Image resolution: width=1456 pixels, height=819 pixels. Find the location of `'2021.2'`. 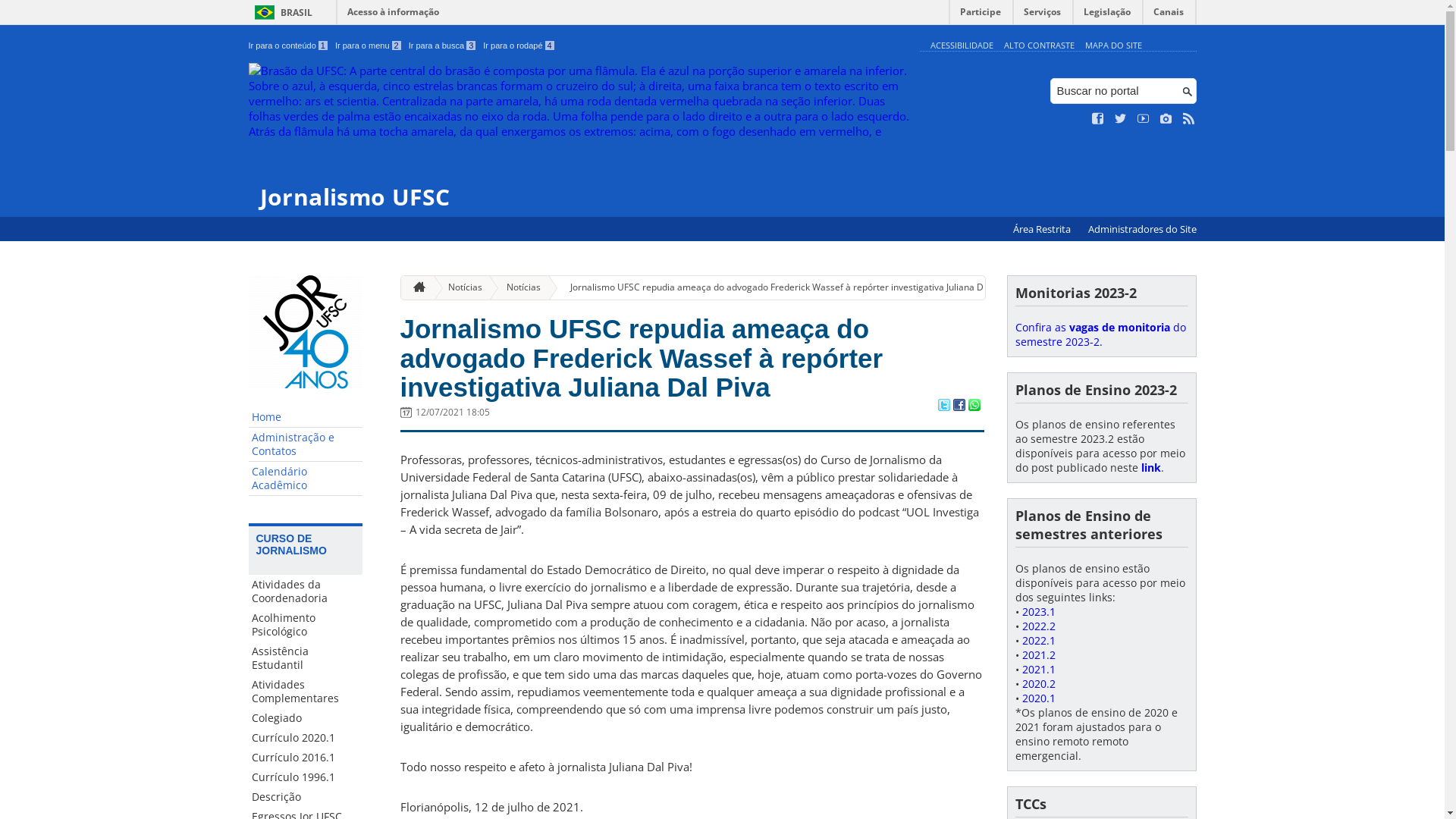

'2021.2' is located at coordinates (1037, 654).